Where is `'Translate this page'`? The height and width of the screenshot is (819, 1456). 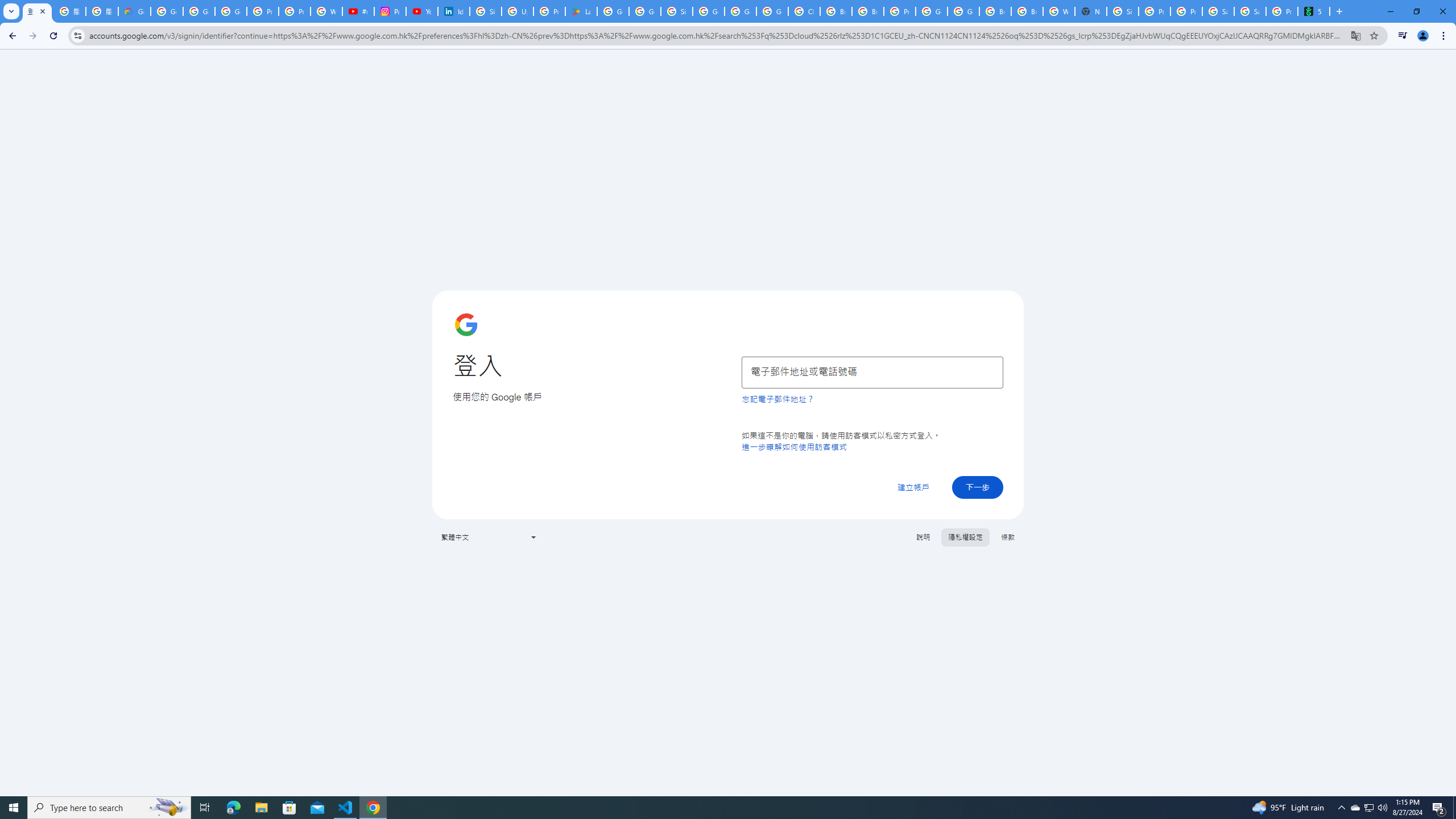
'Translate this page' is located at coordinates (1356, 35).